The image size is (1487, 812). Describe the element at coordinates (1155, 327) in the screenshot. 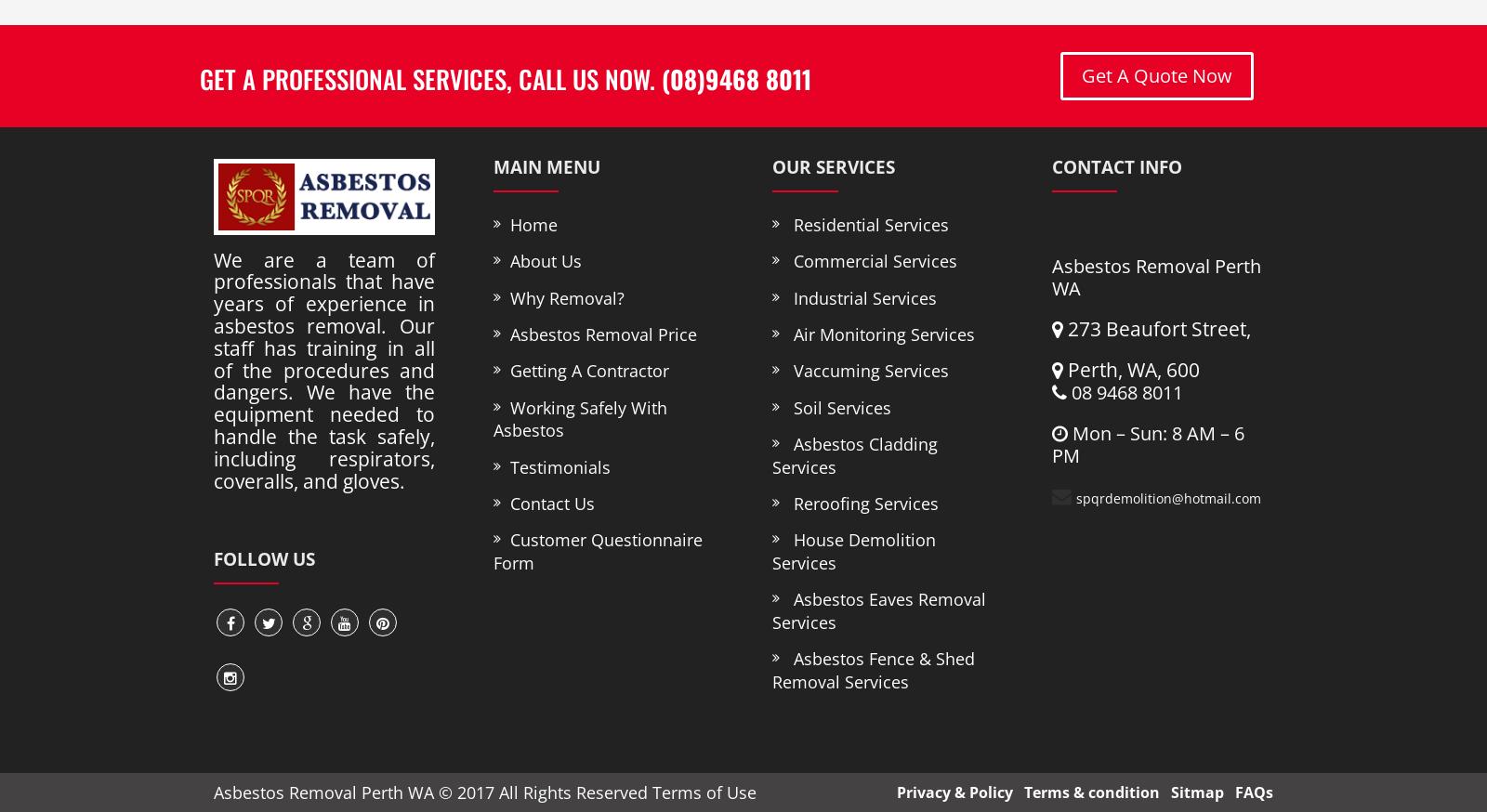

I see `'273 Beaufort Street,'` at that location.